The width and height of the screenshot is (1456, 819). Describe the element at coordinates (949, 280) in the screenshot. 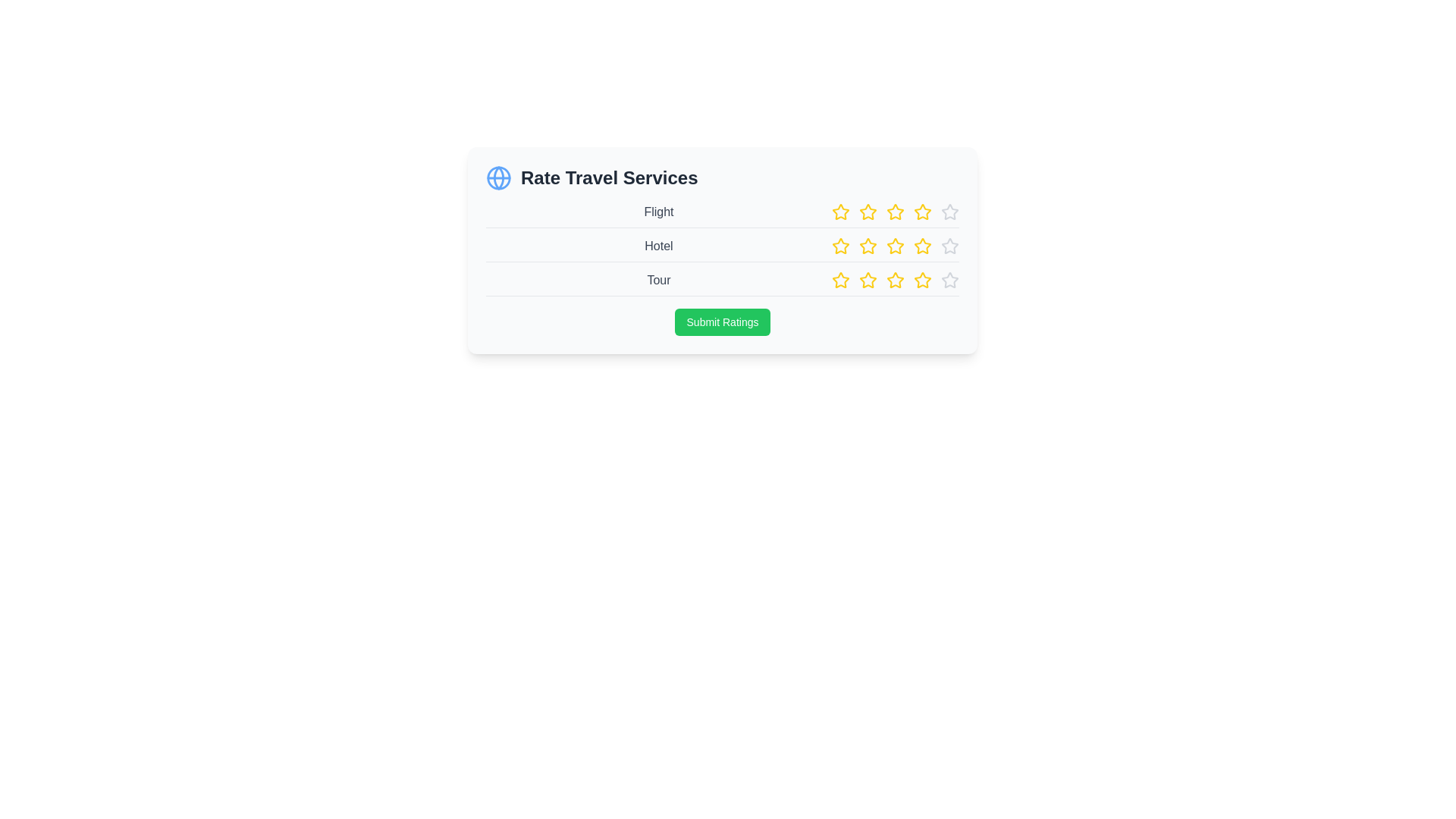

I see `the fifth star icon in the 'Tour' row to rate it` at that location.